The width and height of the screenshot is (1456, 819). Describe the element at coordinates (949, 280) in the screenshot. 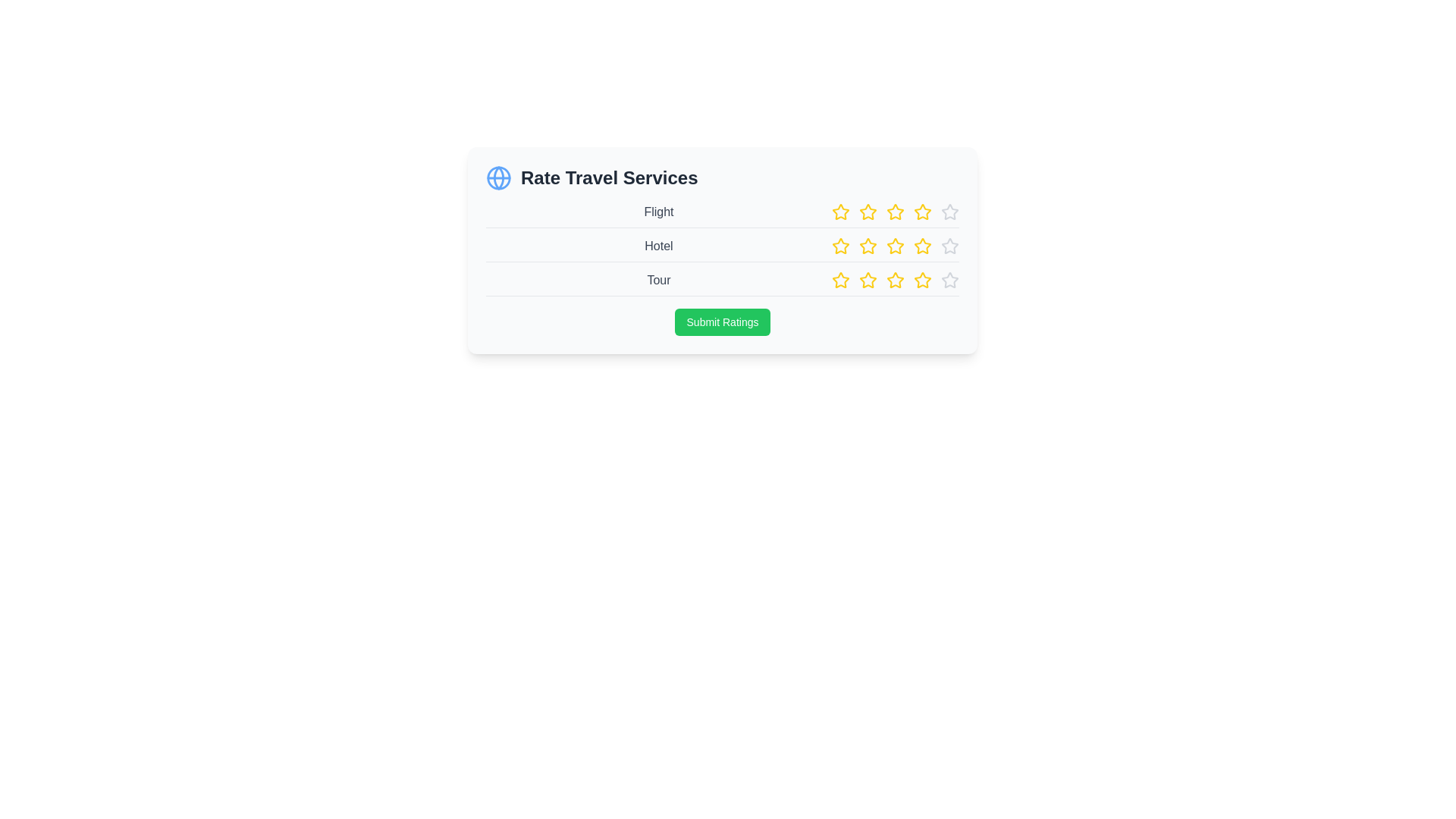

I see `the fifth star icon in the 'Tour' row to rate it` at that location.